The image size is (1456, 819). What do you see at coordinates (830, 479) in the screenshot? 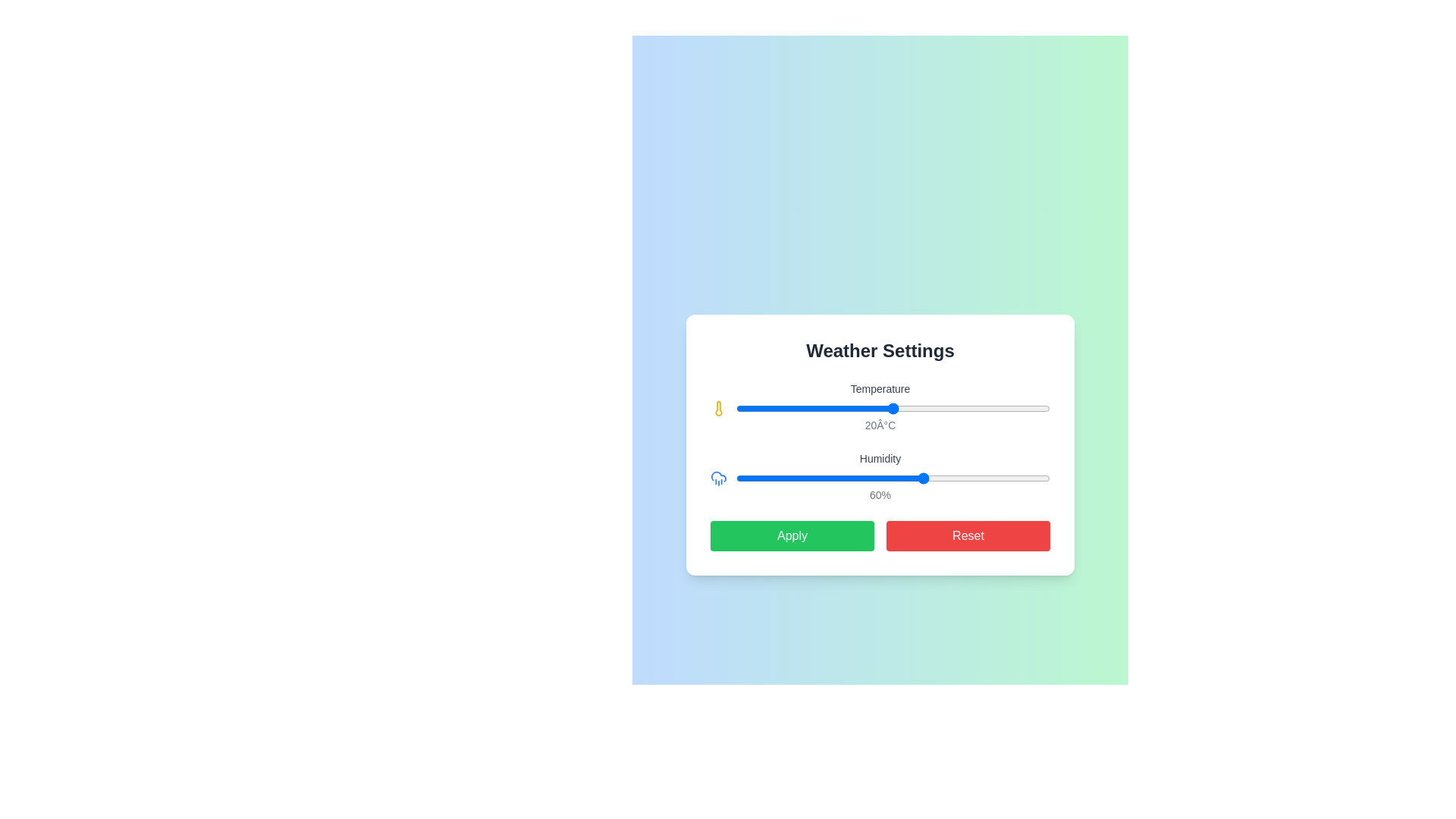
I see `humidity` at bounding box center [830, 479].